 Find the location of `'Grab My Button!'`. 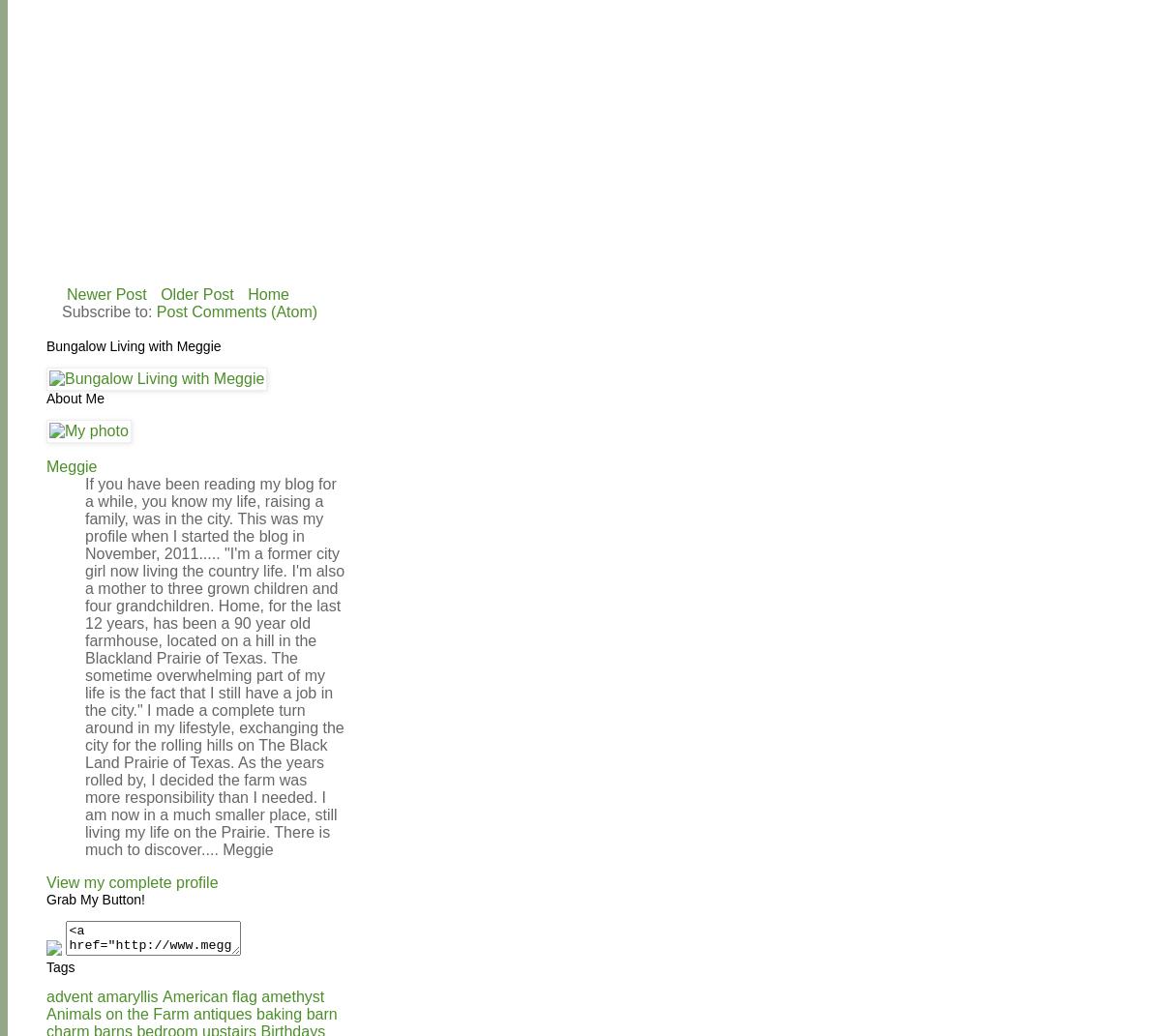

'Grab My Button!' is located at coordinates (94, 897).